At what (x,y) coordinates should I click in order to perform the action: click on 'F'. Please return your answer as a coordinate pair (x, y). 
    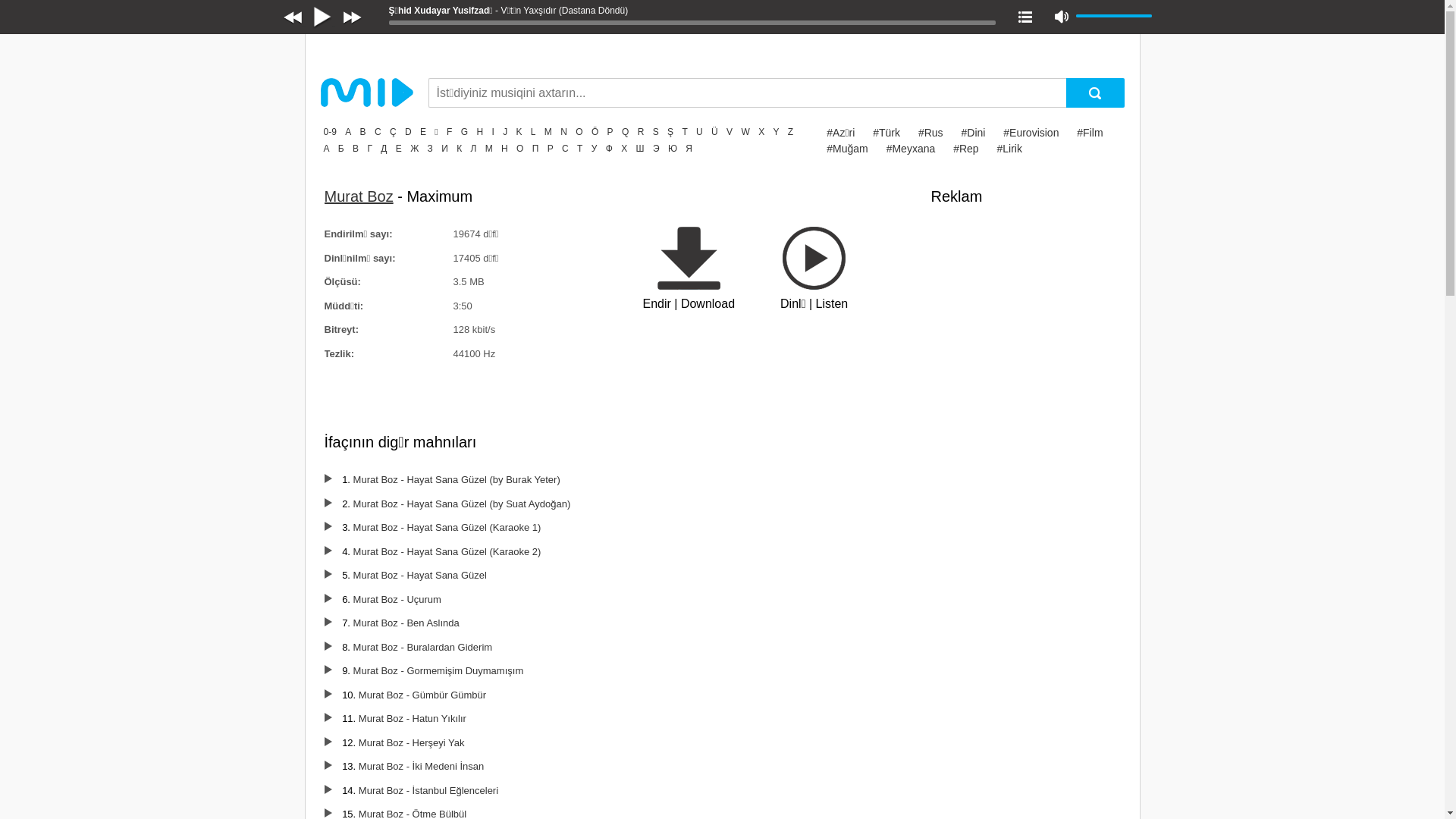
    Looking at the image, I should click on (448, 130).